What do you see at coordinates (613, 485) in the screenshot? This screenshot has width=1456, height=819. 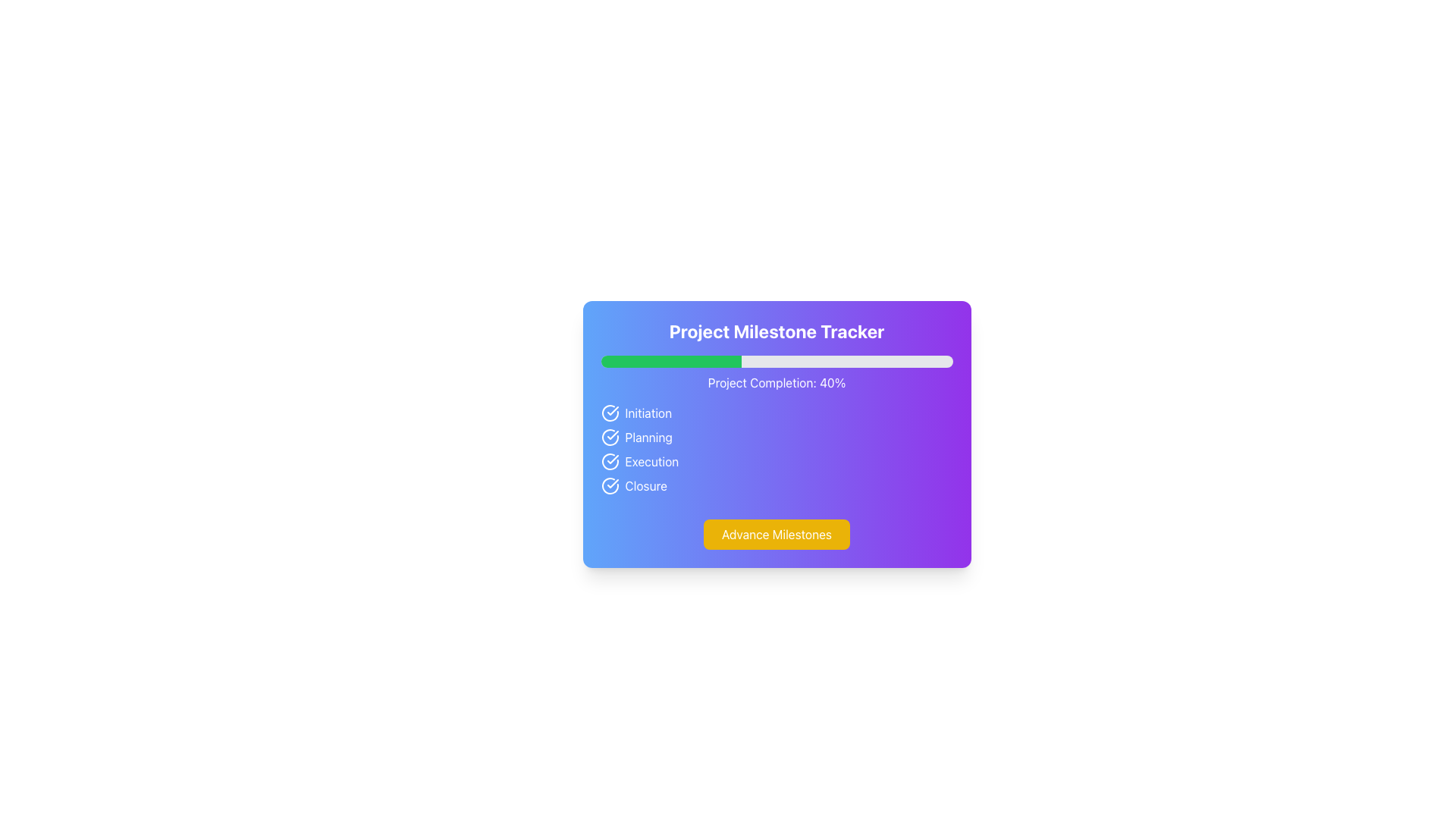 I see `the circular checkmark icon located adjacent to the 'Closure' text, which is the fourth milestone indicator in the vertical list` at bounding box center [613, 485].